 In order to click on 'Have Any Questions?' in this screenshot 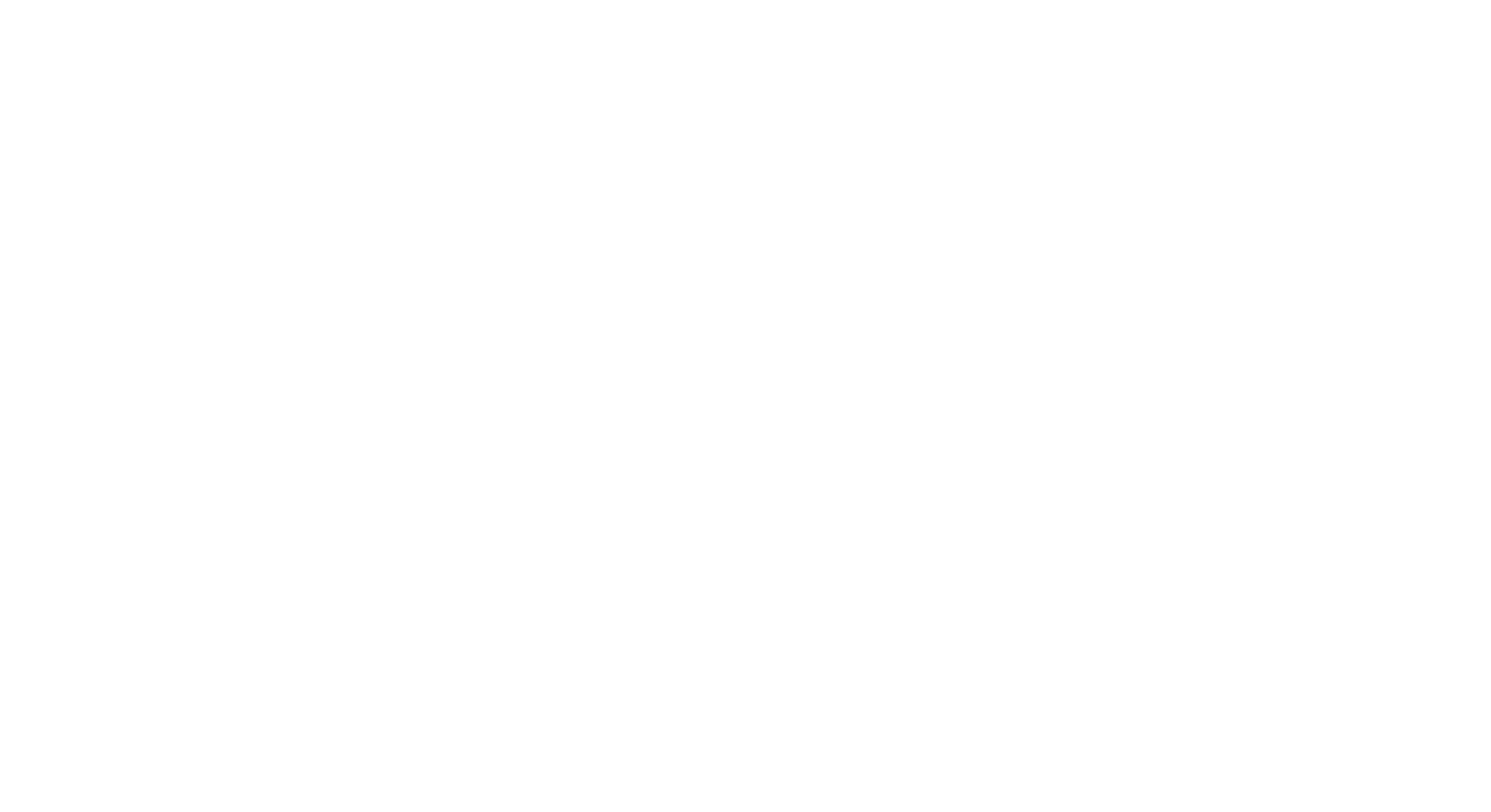, I will do `click(702, 408)`.